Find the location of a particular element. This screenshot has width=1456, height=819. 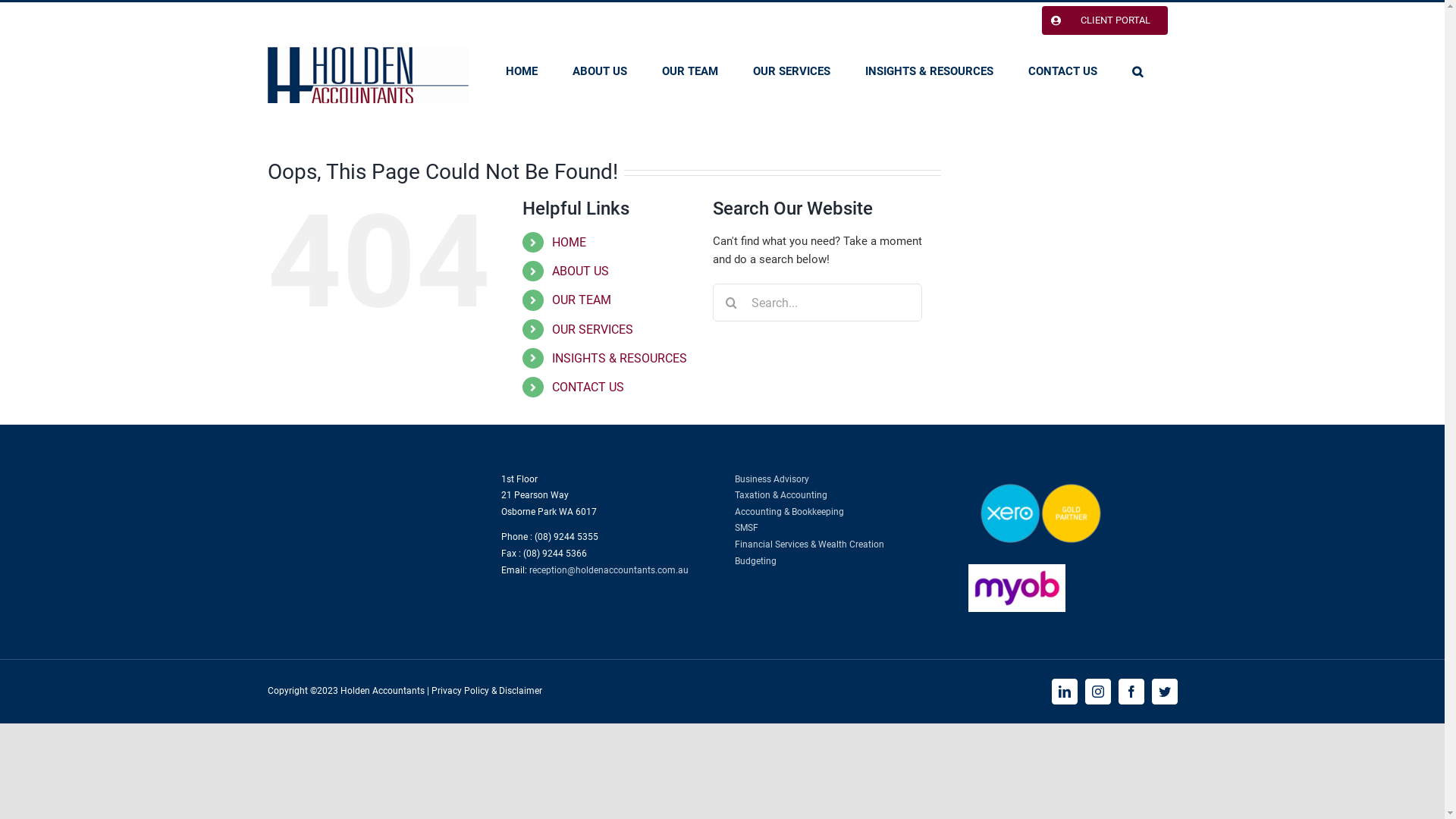

'OUR TEAM' is located at coordinates (581, 300).